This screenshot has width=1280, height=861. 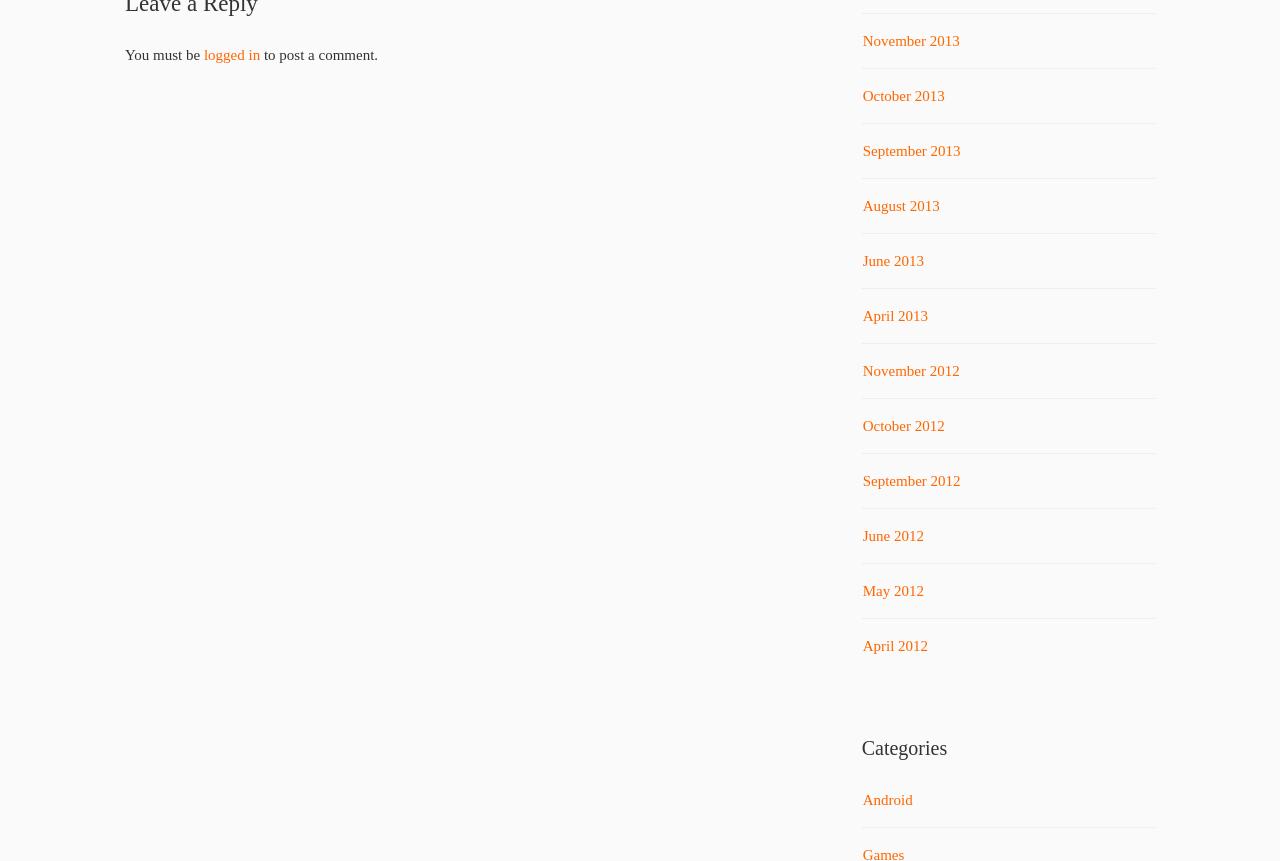 I want to click on 'Categories', so click(x=861, y=748).